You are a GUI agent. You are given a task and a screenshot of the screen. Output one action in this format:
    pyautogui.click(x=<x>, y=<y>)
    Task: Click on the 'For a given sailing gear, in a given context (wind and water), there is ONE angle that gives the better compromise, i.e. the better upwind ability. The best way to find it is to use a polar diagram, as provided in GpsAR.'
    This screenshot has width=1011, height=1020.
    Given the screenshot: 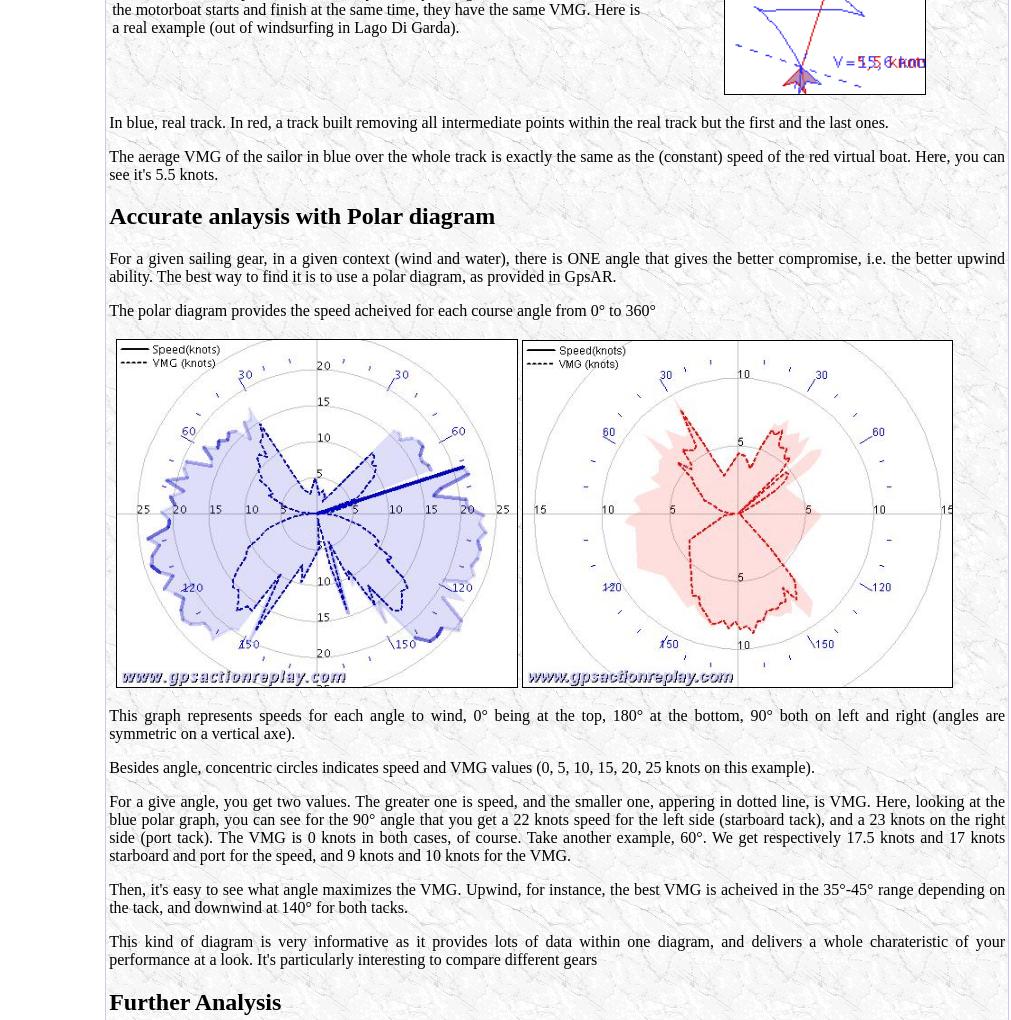 What is the action you would take?
    pyautogui.click(x=556, y=266)
    